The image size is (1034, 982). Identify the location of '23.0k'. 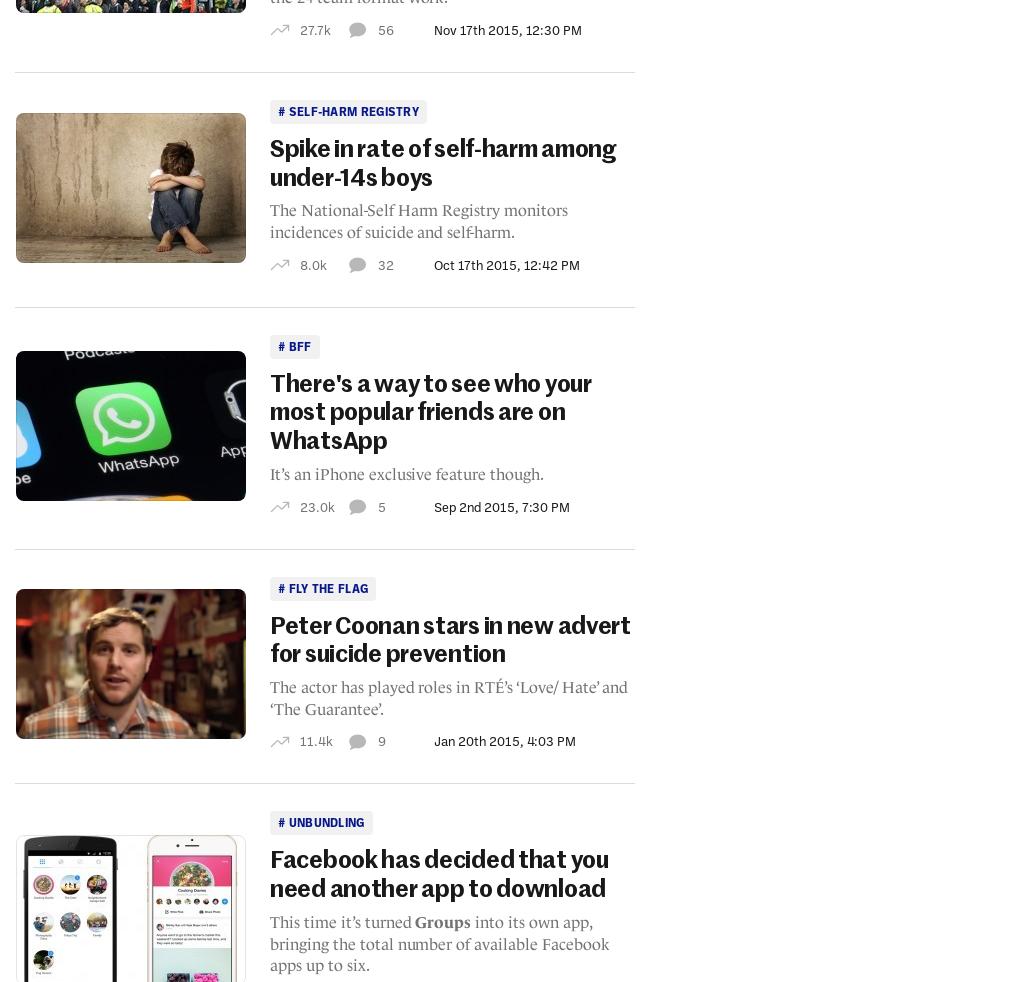
(316, 505).